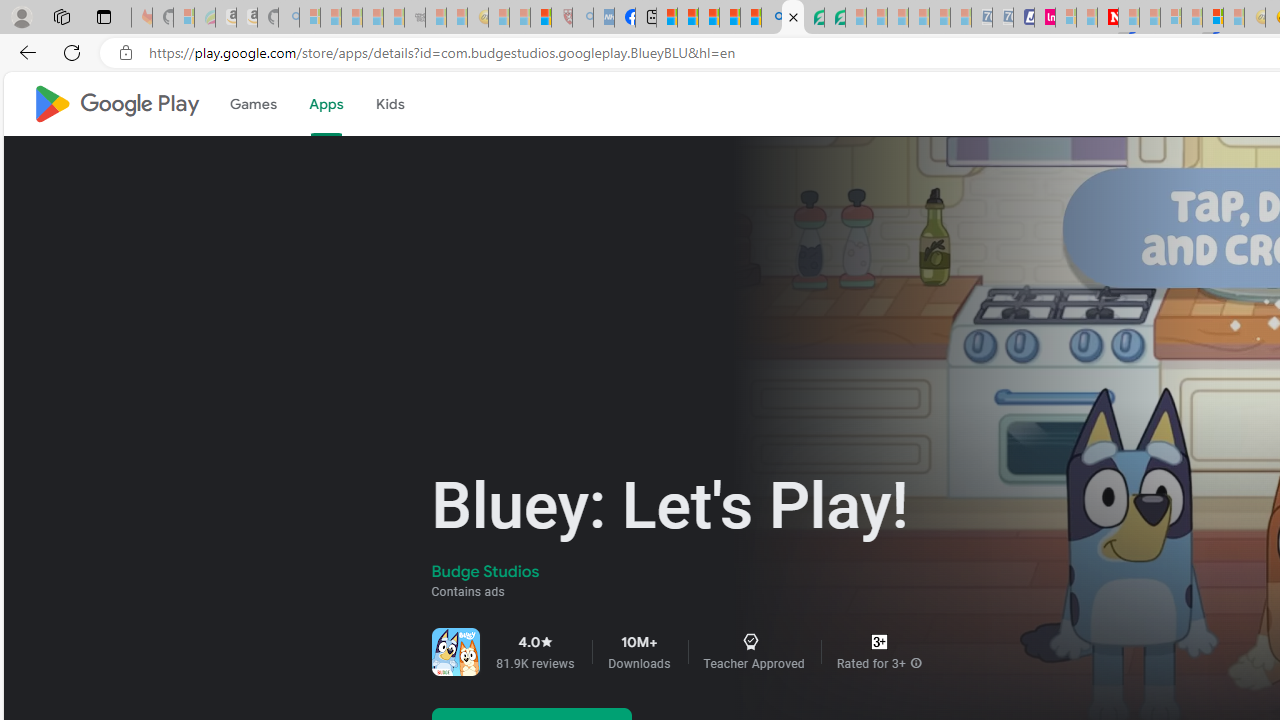 This screenshot has height=720, width=1280. I want to click on 'Trusted Community Engagement and Contributions | Guidelines', so click(1128, 17).